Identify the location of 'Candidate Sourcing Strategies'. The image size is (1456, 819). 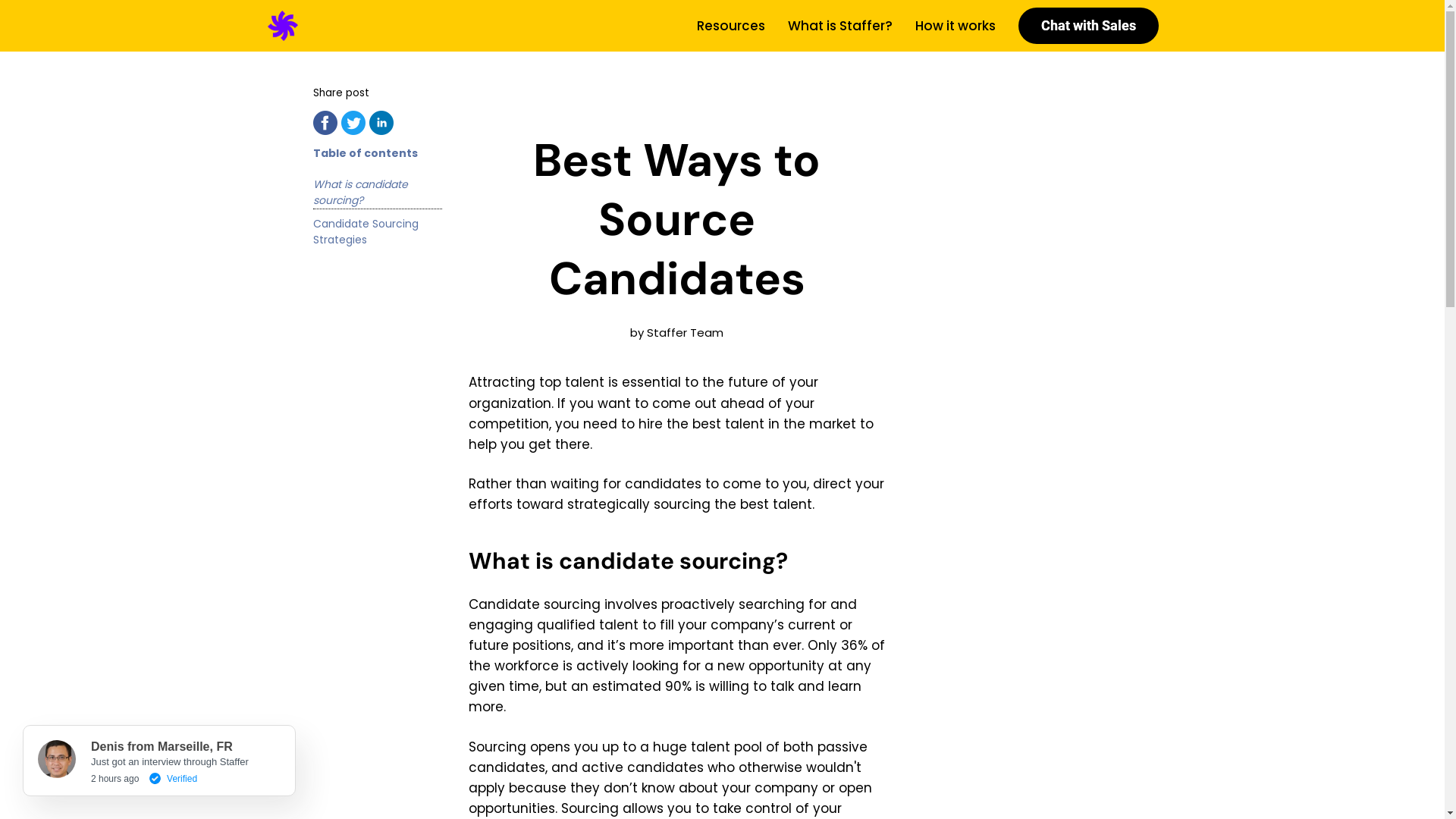
(377, 231).